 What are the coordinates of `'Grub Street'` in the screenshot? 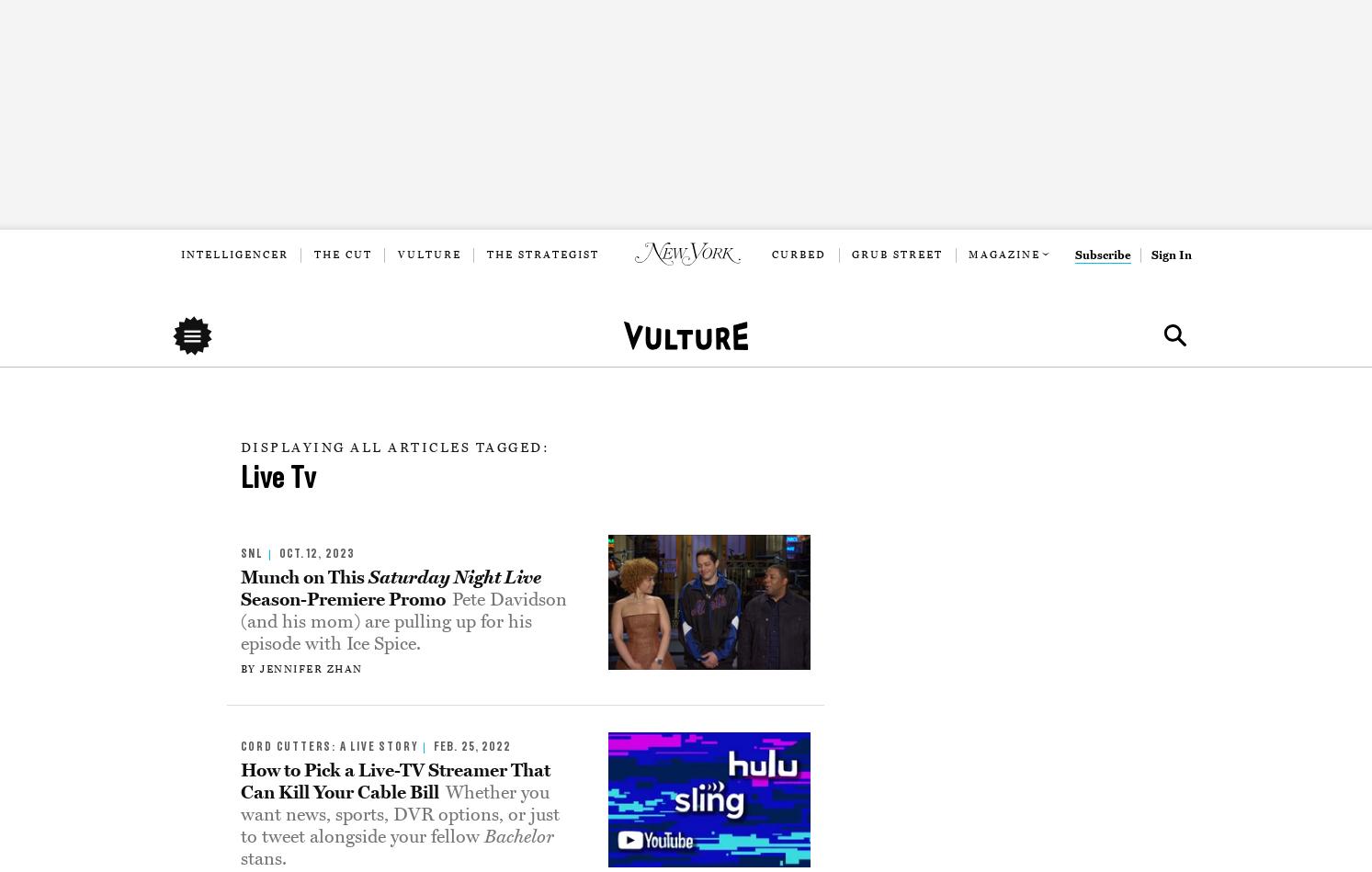 It's located at (897, 253).